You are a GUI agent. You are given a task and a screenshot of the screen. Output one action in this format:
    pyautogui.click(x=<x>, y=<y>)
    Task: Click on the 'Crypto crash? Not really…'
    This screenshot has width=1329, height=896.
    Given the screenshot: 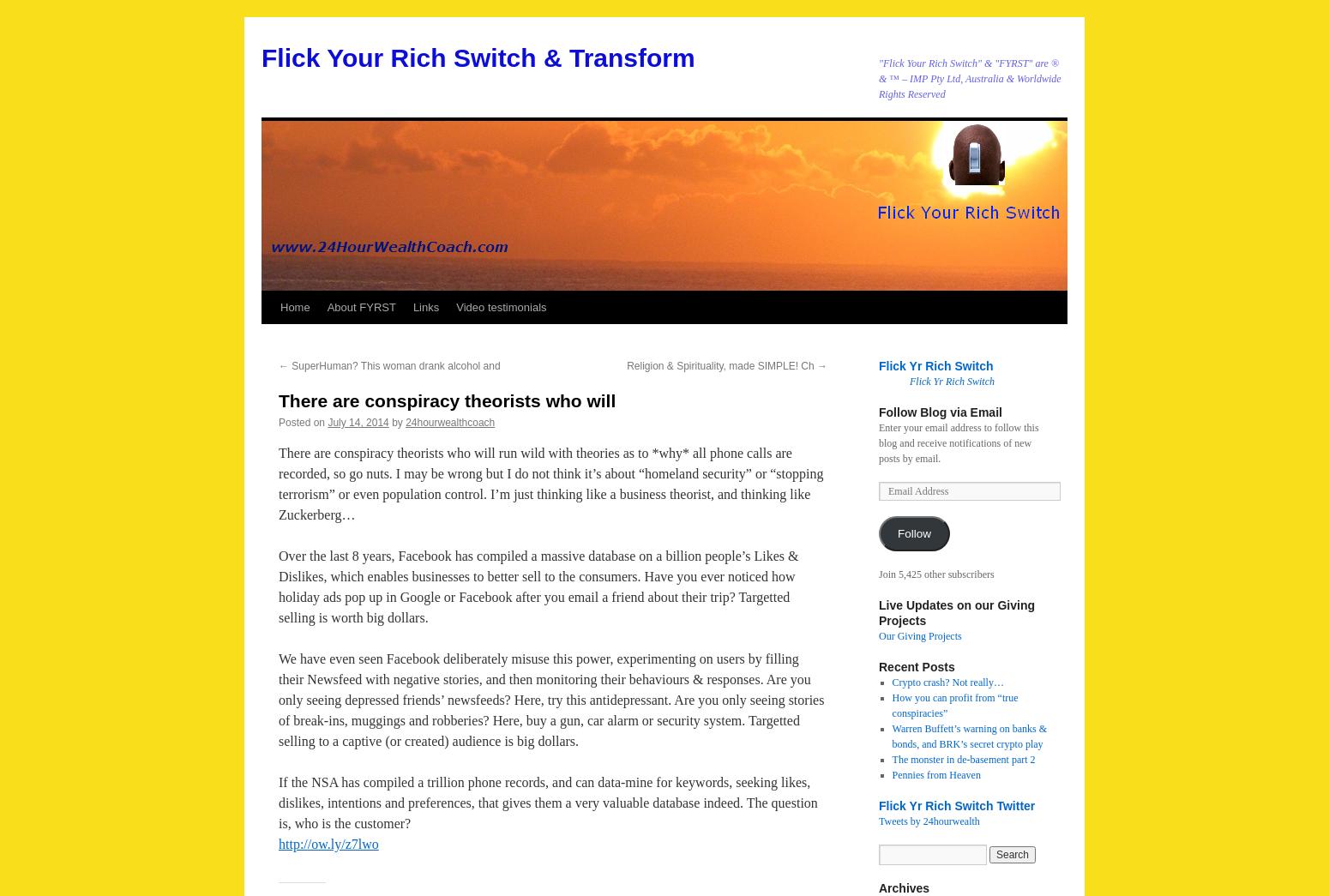 What is the action you would take?
    pyautogui.click(x=946, y=682)
    